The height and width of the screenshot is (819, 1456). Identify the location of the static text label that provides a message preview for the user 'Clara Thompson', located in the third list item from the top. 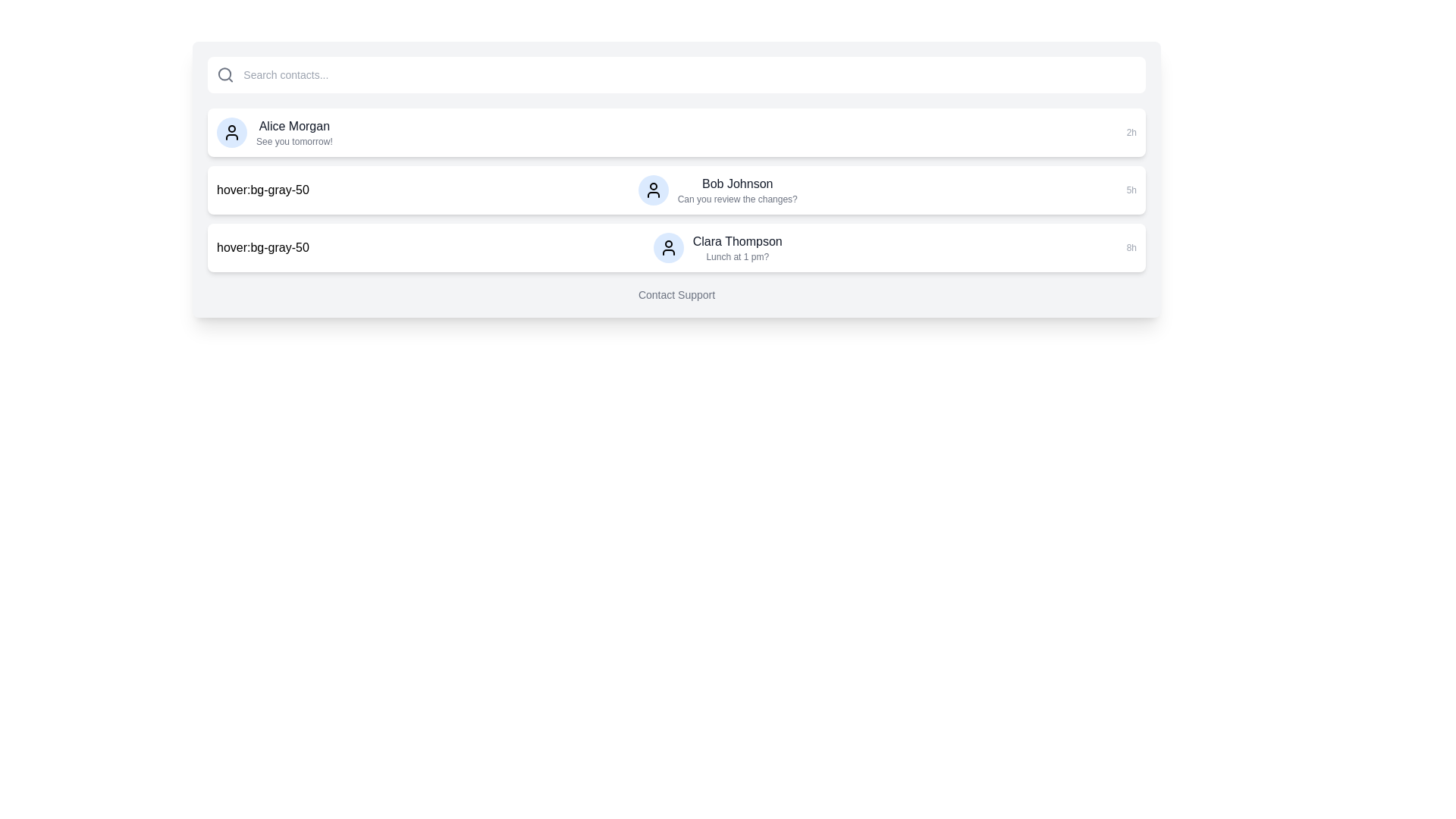
(737, 256).